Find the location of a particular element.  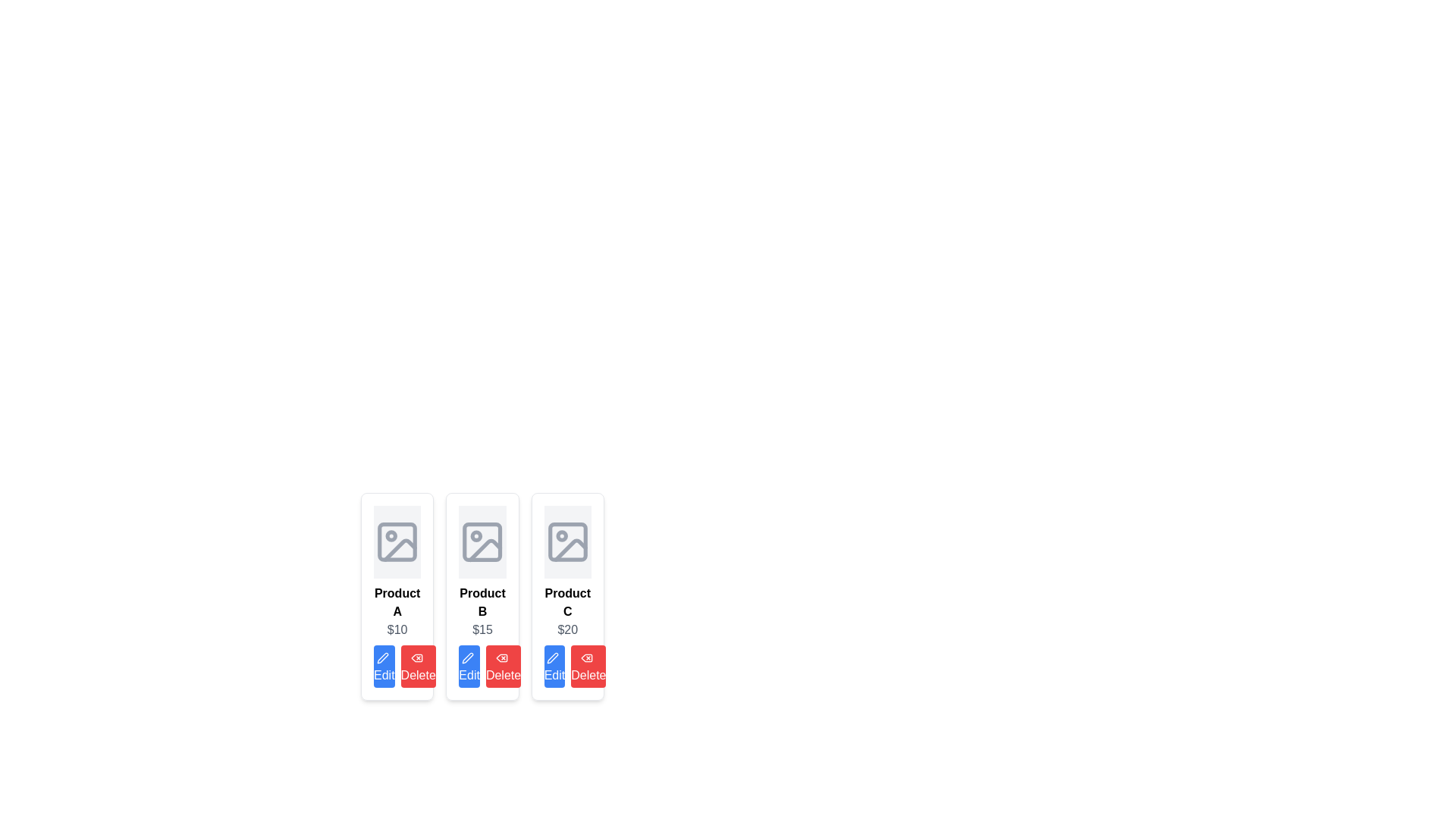

the 'Delete' button, which is a rectangular button with a red background and white text featuring a trash can icon, located at the bottom of a card in a horizontal group of buttons is located at coordinates (503, 666).